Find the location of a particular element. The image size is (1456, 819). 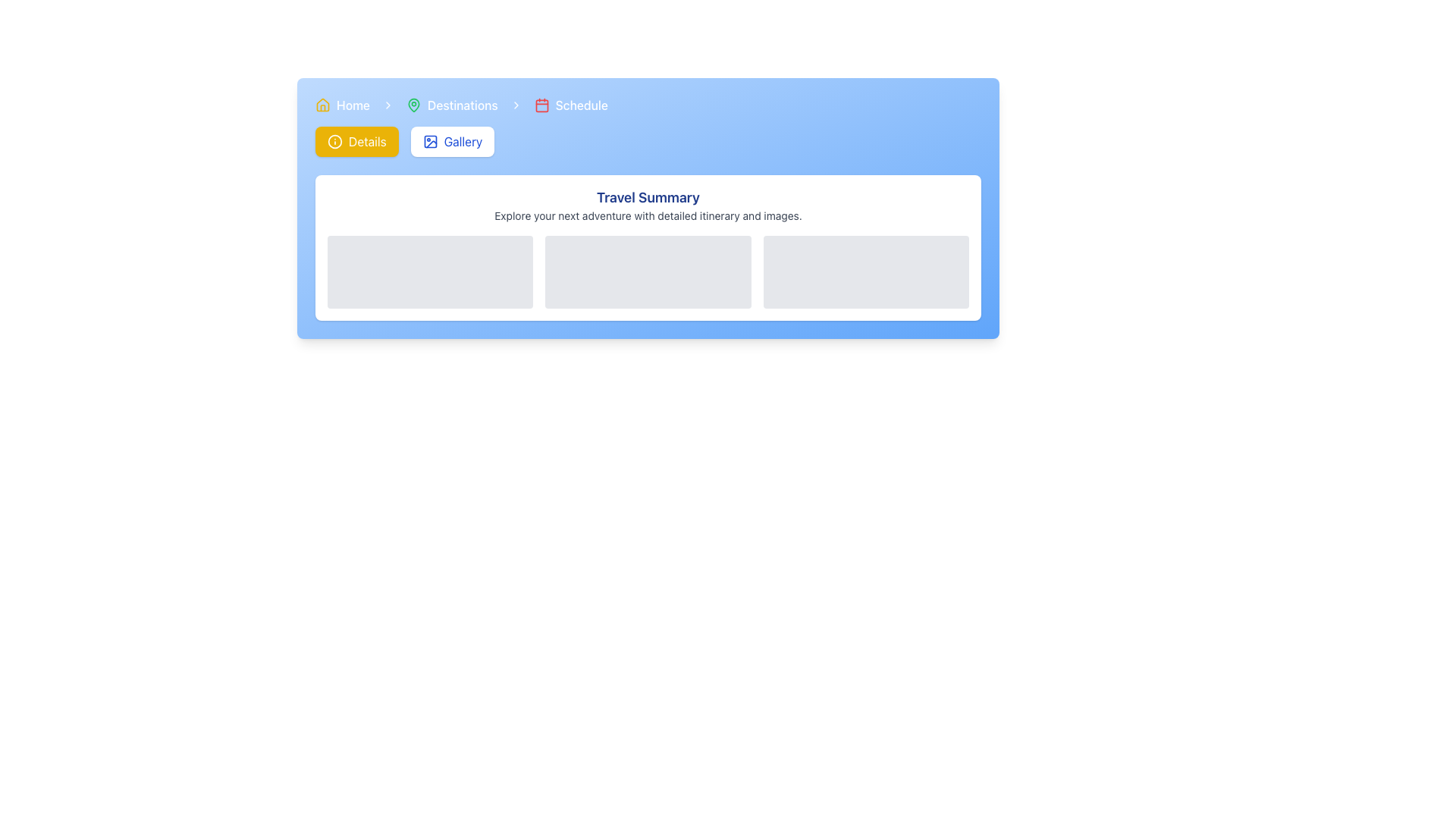

the third placeholder element in the 'Travel Summary' section, which is a non-interactive visual component is located at coordinates (866, 271).